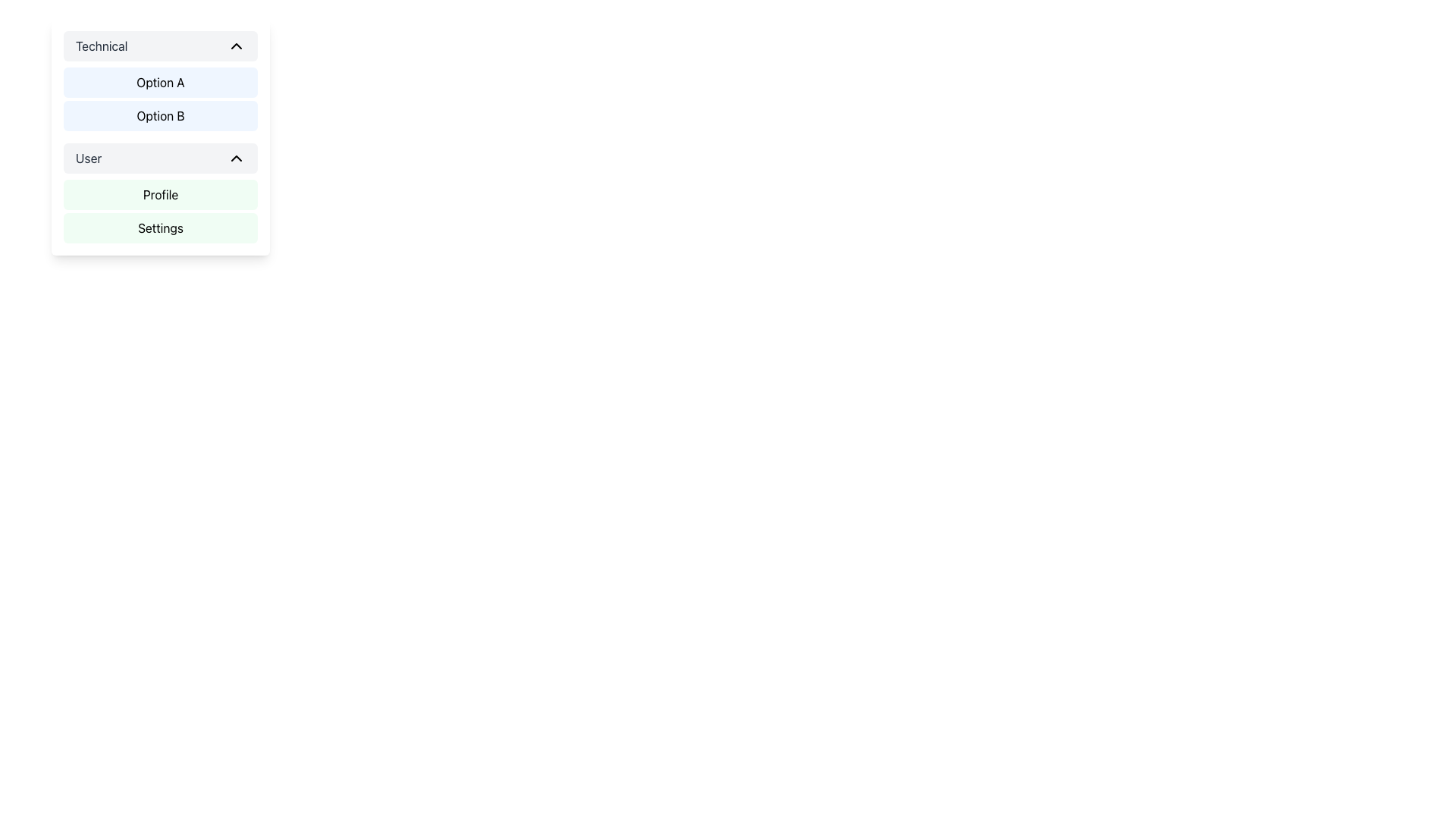 This screenshot has width=1456, height=819. I want to click on the options of the 'Technical' dropdown menu, so click(160, 81).